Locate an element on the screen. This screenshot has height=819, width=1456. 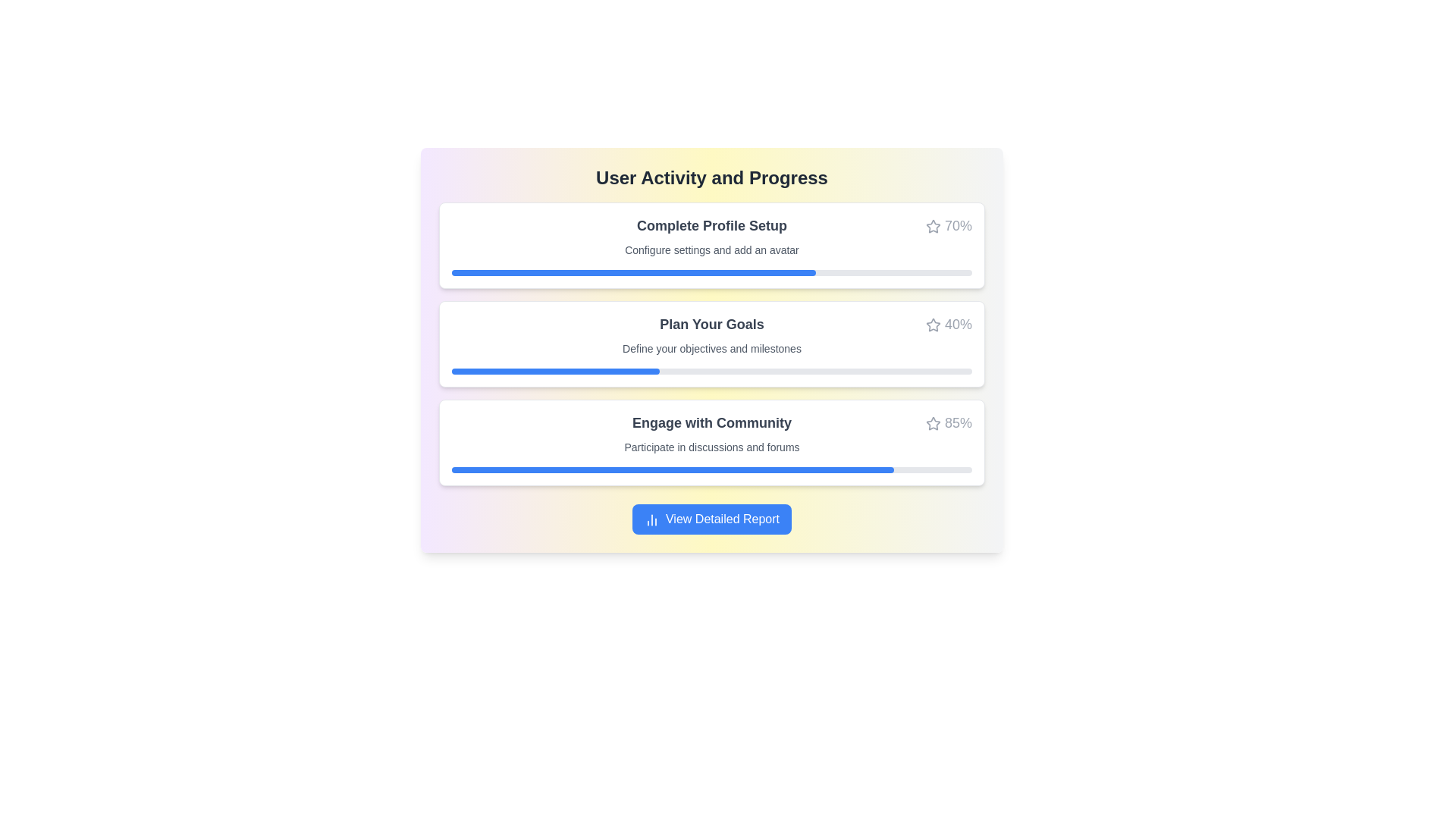
heading text located in the third white card from the top, which summarizes the content related to engaging with the community is located at coordinates (711, 423).